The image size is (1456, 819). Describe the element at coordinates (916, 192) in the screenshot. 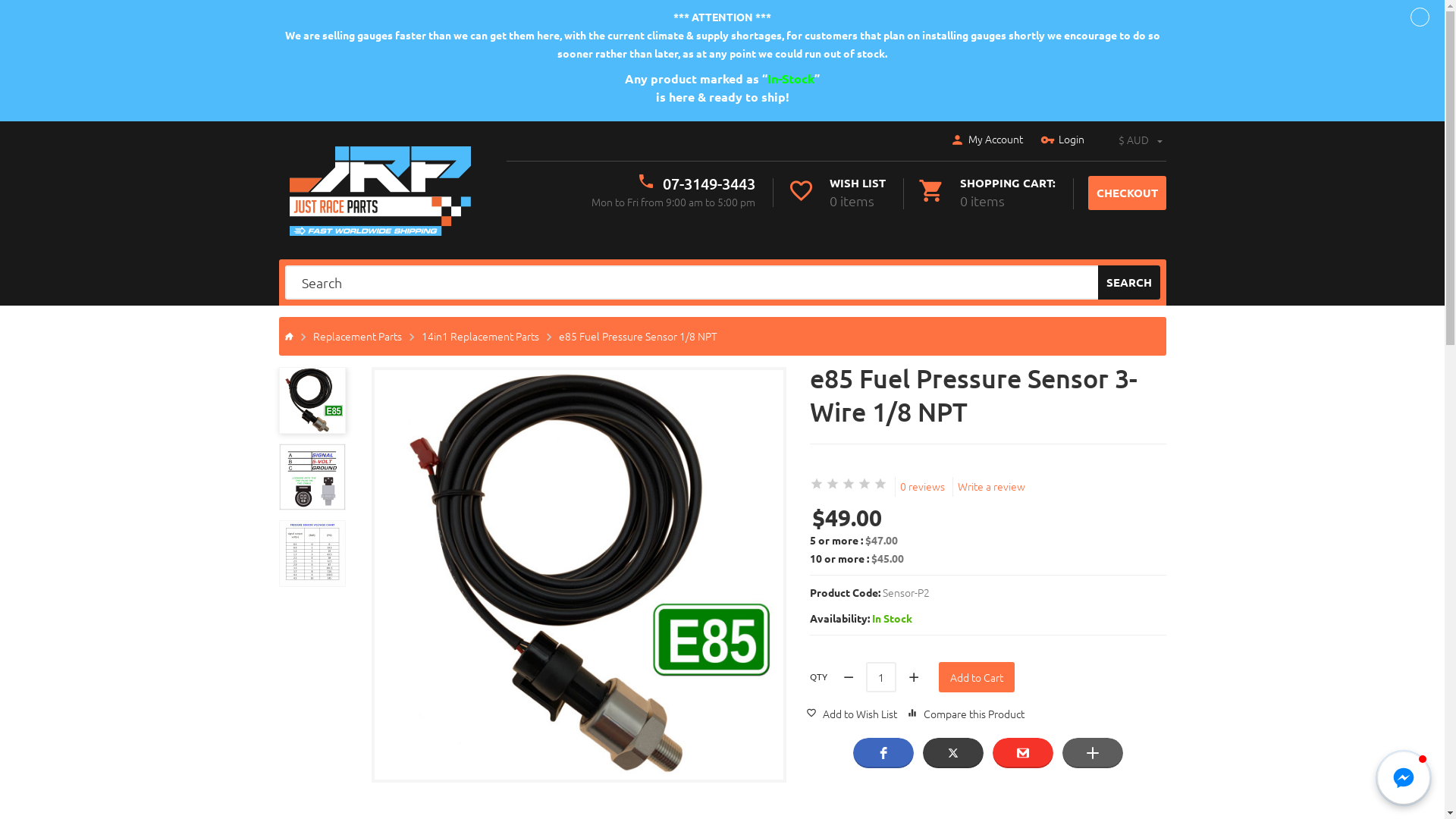

I see `'SHOPPING CART:` at that location.